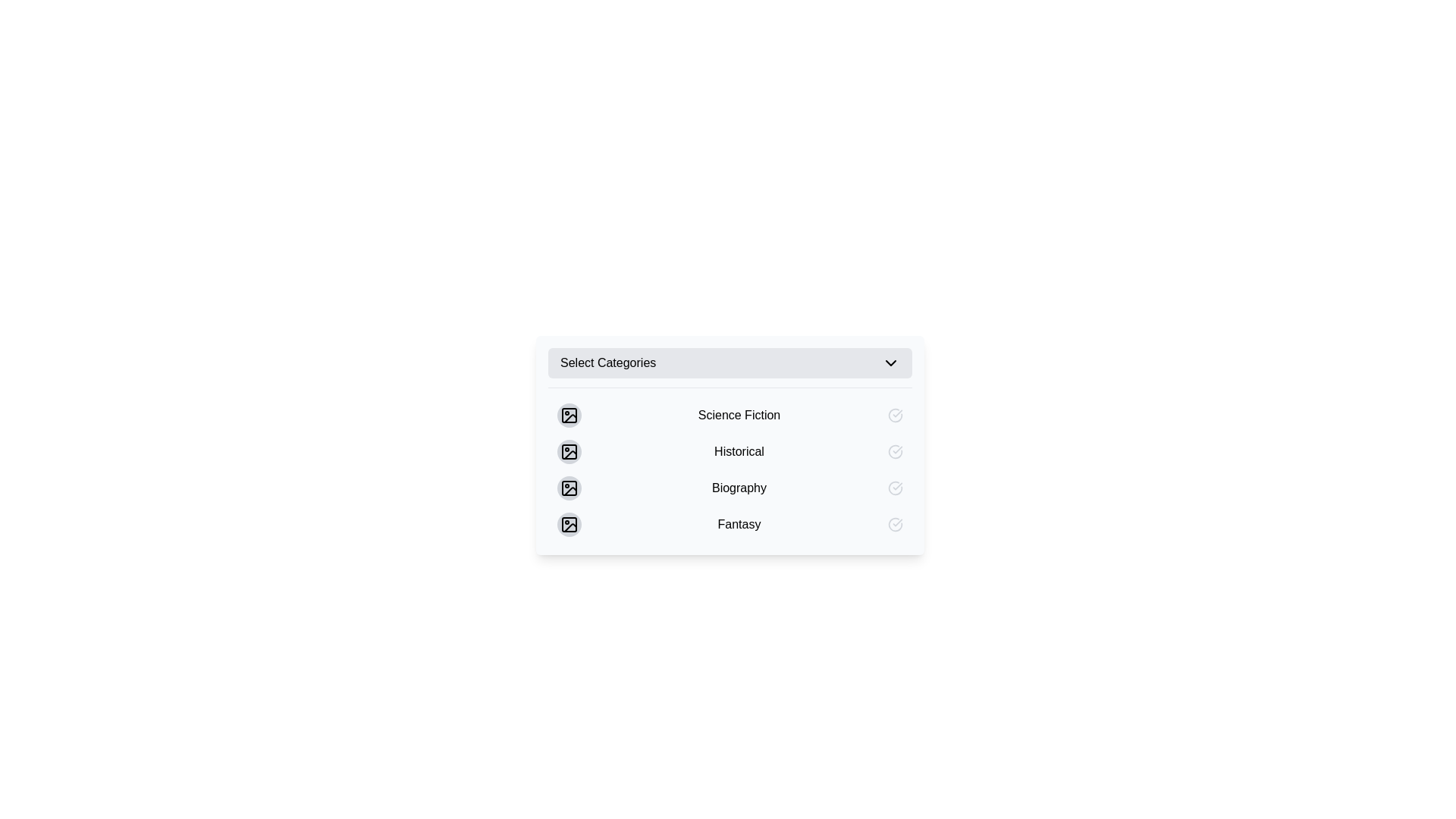  What do you see at coordinates (895, 451) in the screenshot?
I see `the icon at the far-right of the 'Historical' row` at bounding box center [895, 451].